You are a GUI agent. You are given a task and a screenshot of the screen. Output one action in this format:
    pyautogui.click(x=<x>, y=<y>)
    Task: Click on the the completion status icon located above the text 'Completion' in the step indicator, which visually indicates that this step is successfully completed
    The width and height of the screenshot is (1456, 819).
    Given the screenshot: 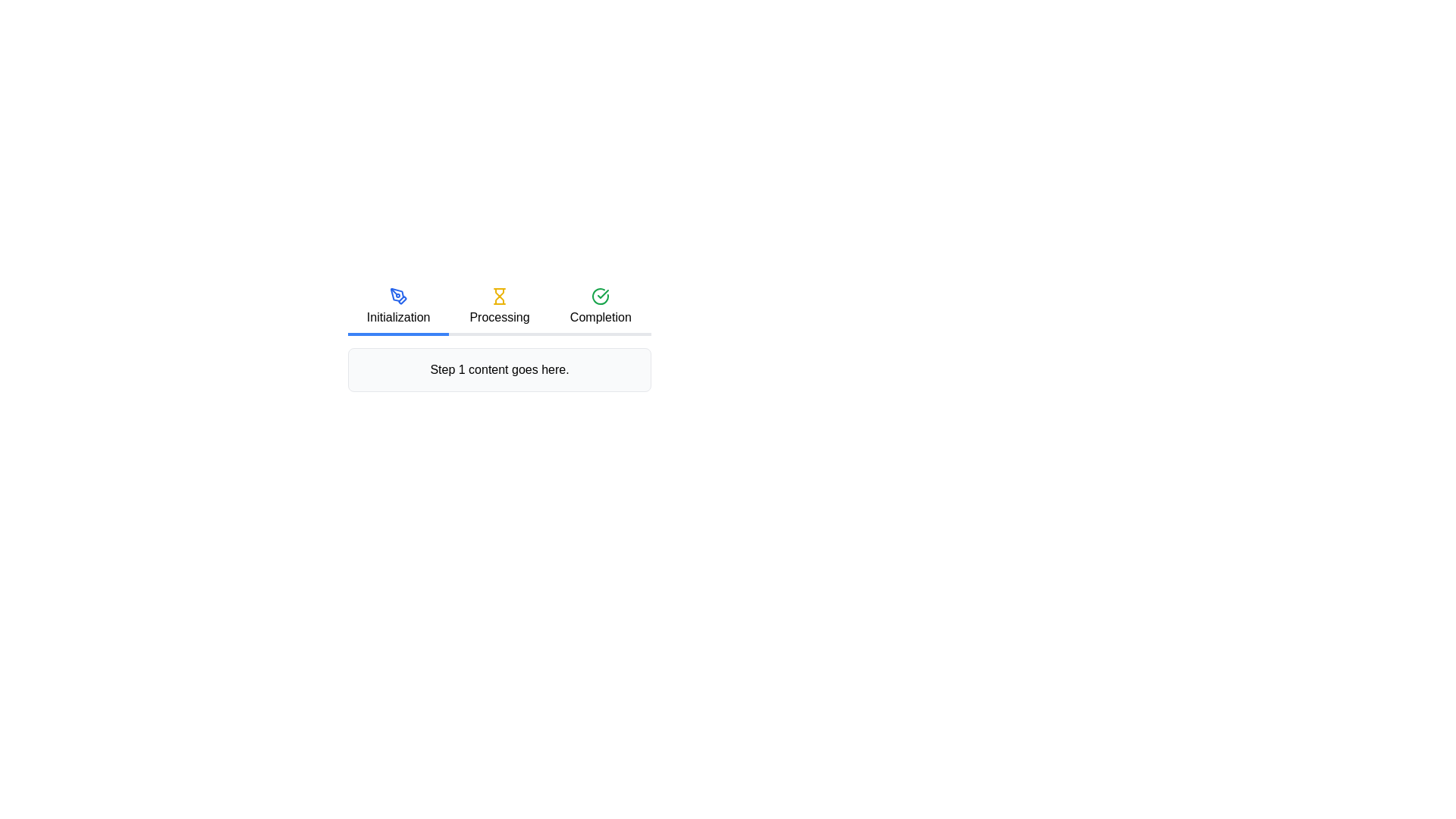 What is the action you would take?
    pyautogui.click(x=600, y=296)
    